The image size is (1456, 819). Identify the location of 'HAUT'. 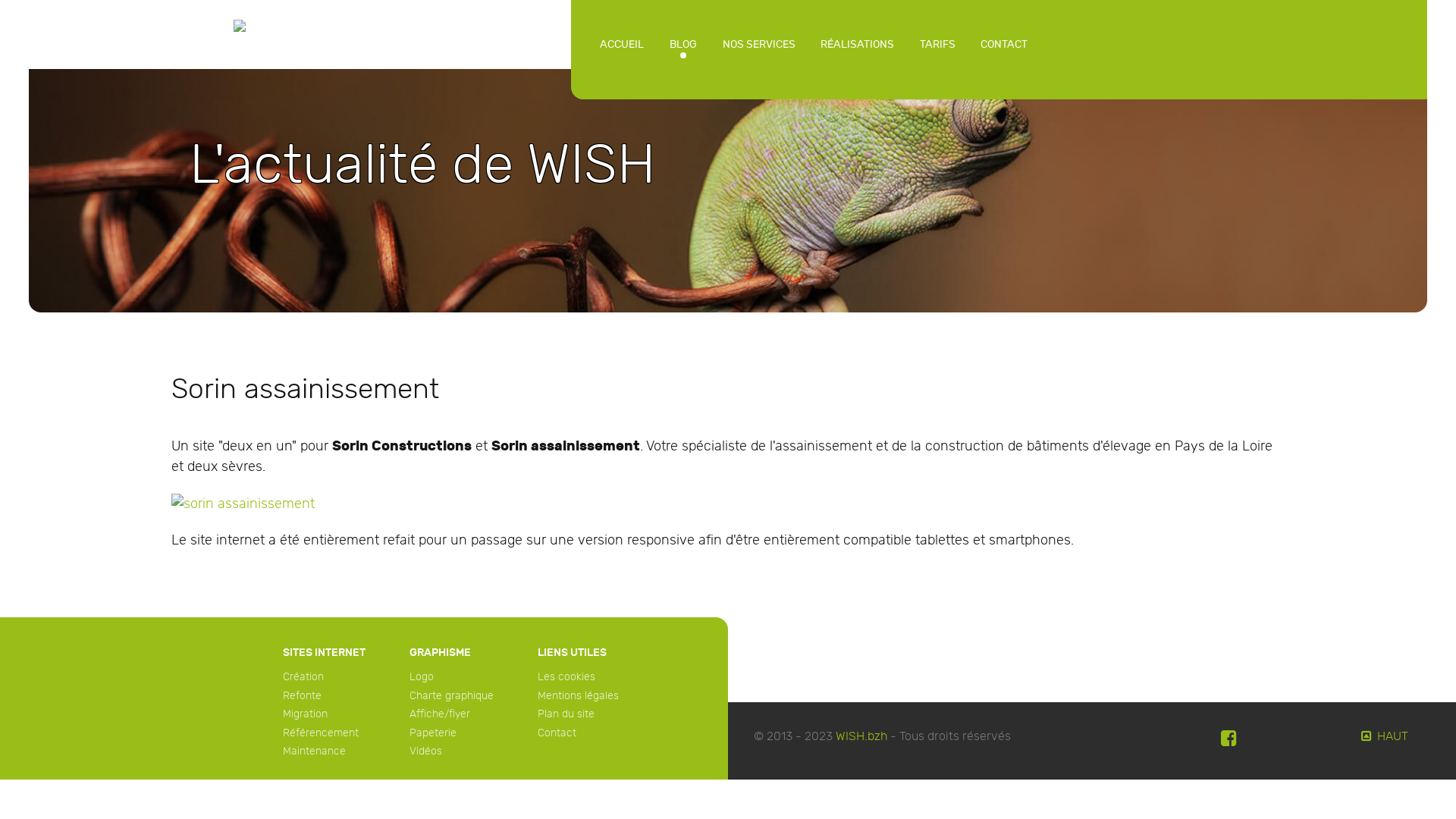
(1383, 736).